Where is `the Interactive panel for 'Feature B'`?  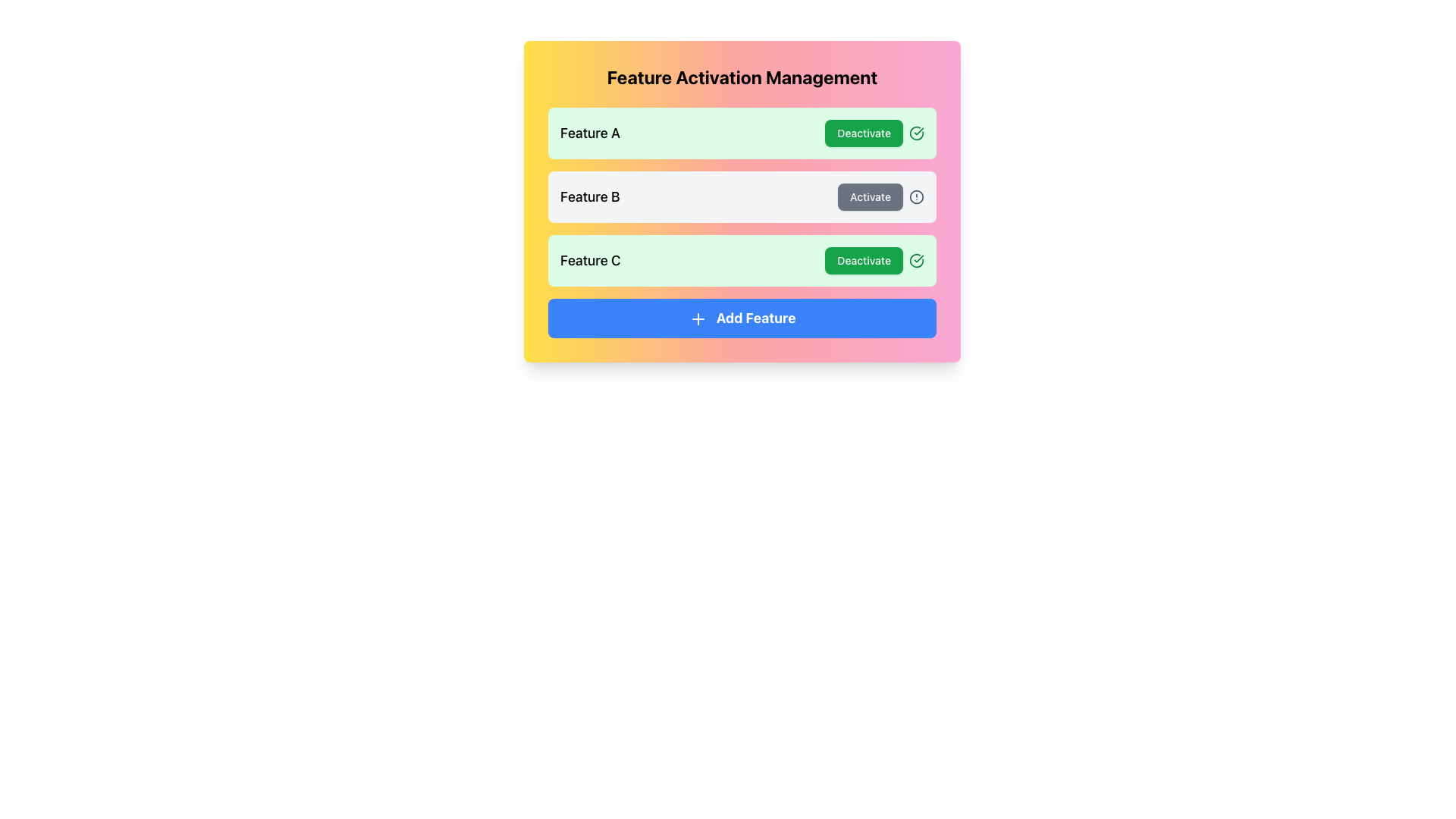 the Interactive panel for 'Feature B' is located at coordinates (742, 196).